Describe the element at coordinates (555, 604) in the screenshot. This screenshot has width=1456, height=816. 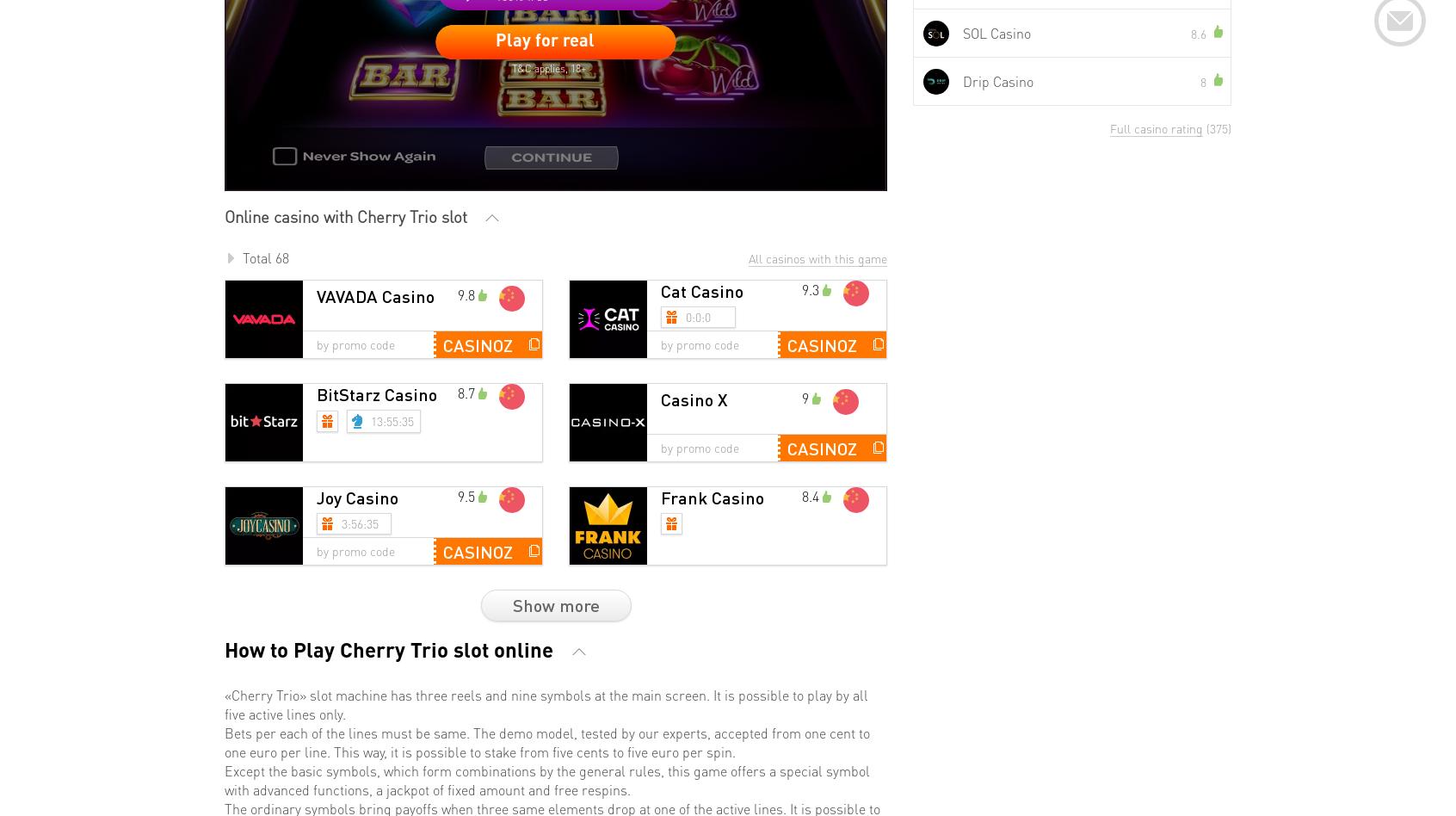
I see `'Show more'` at that location.